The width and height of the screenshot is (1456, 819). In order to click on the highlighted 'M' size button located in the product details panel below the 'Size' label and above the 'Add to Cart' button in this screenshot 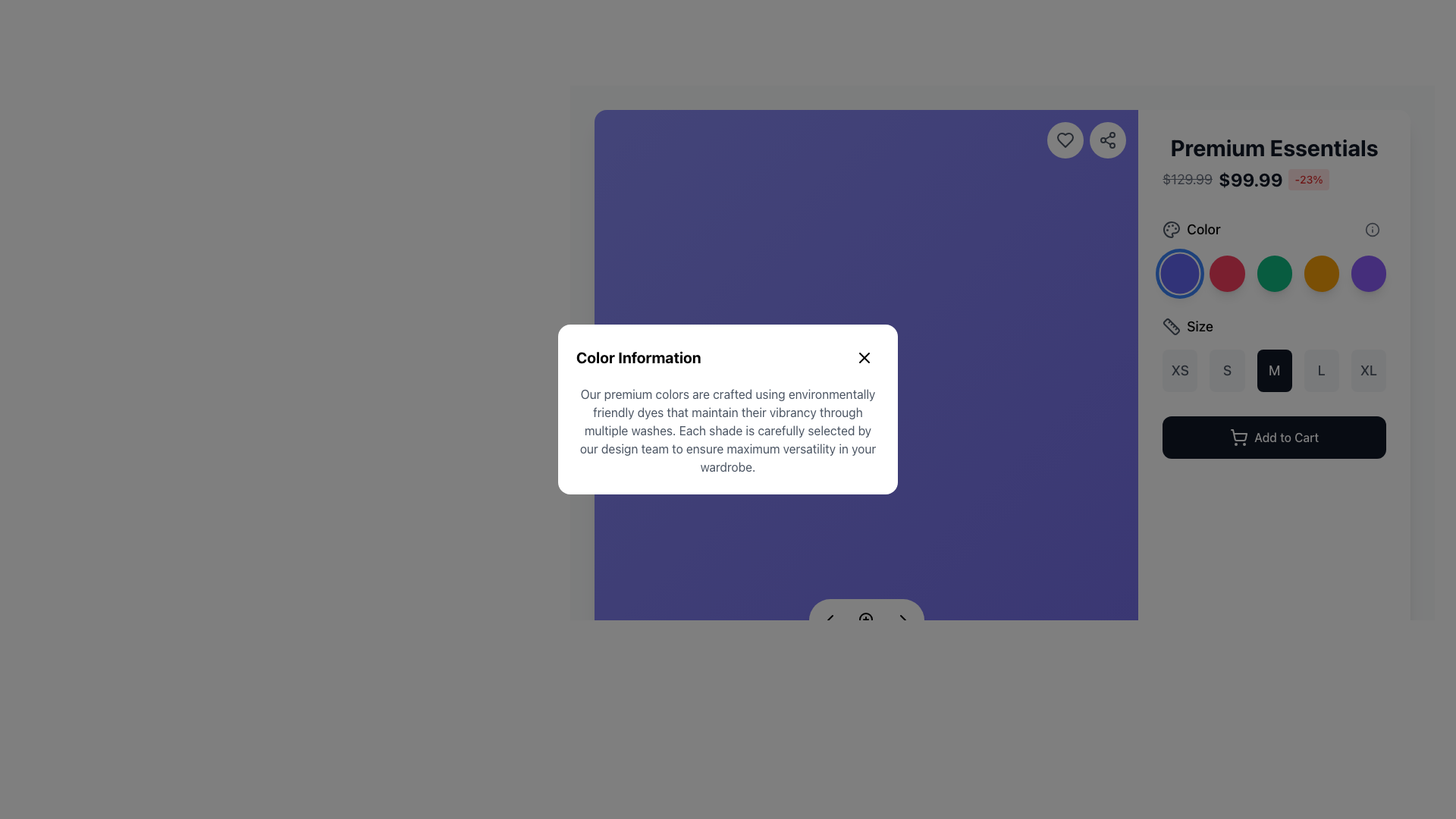, I will do `click(1274, 353)`.